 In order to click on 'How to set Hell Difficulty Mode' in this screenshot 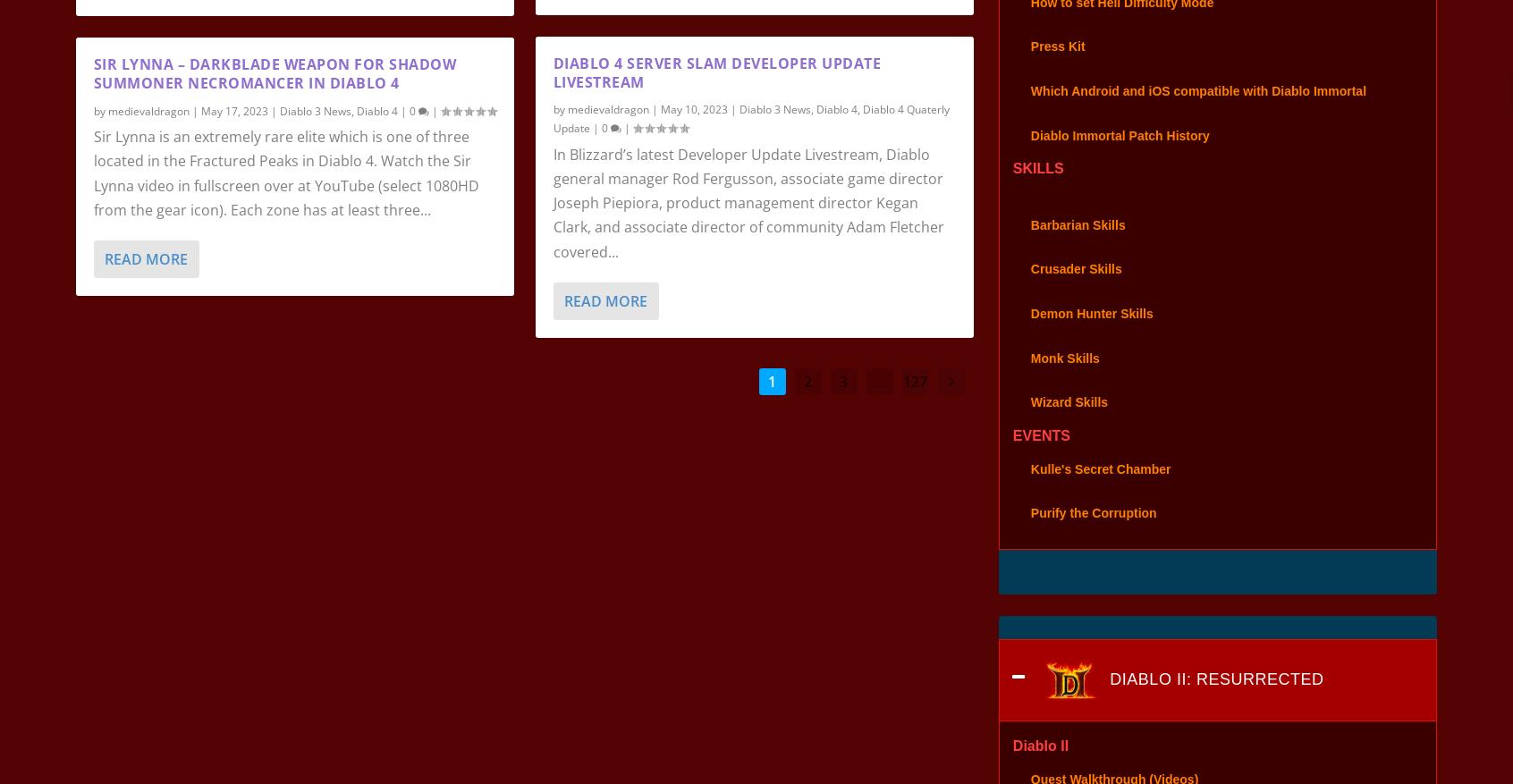, I will do `click(1121, 25)`.